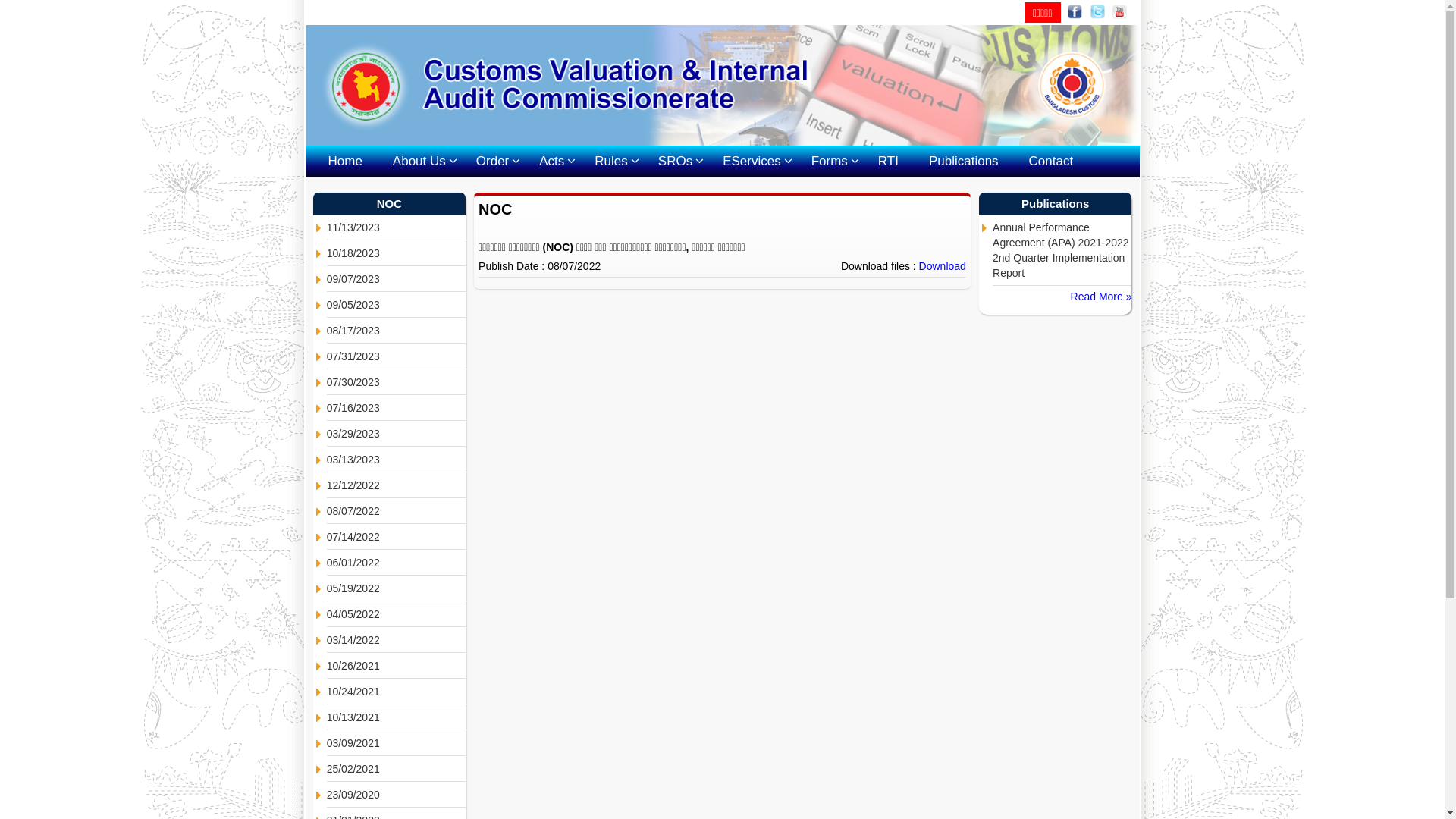 The image size is (1456, 819). What do you see at coordinates (326, 665) in the screenshot?
I see `'10/26/2021'` at bounding box center [326, 665].